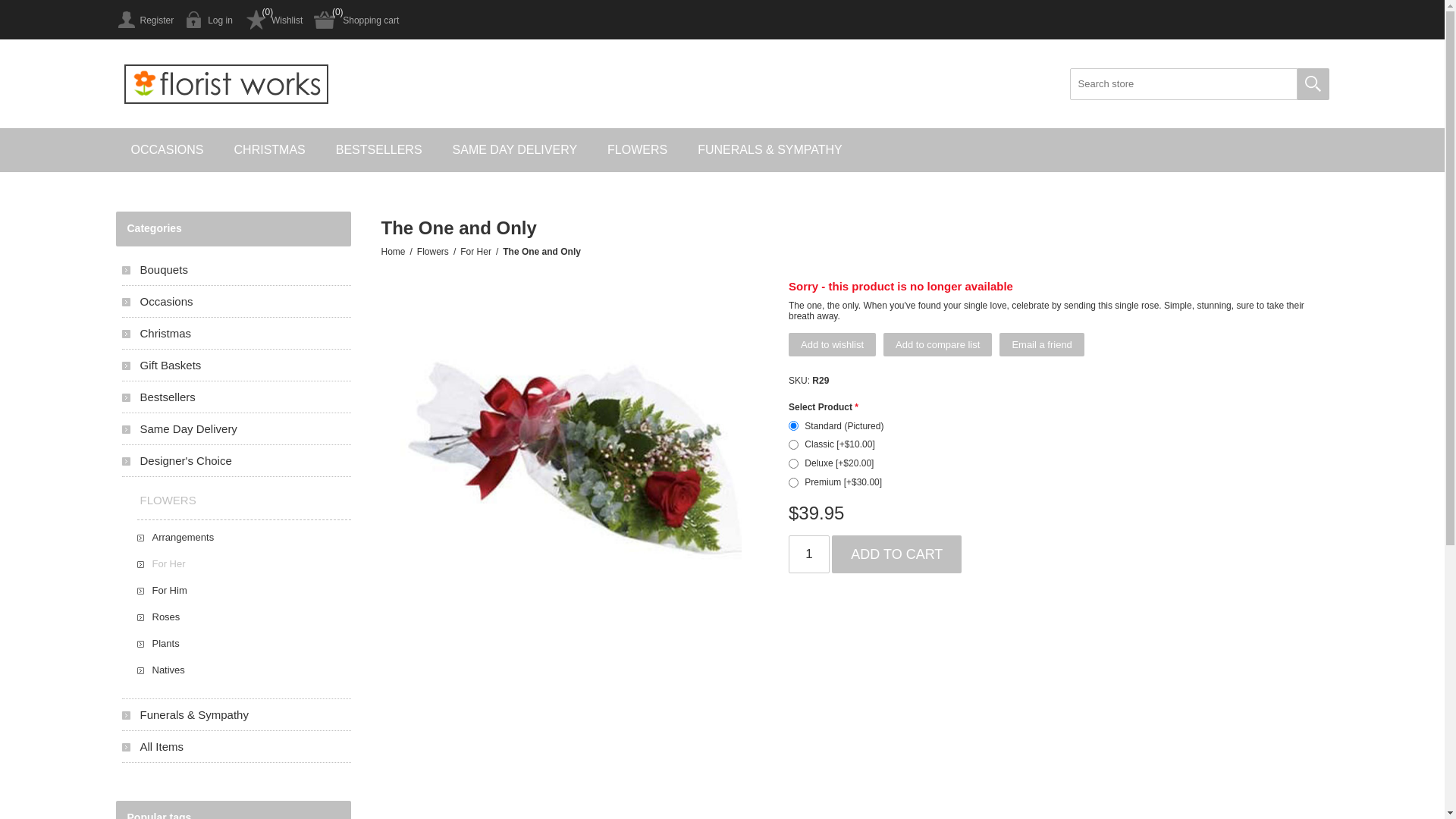 Image resolution: width=1456 pixels, height=819 pixels. Describe the element at coordinates (570, 429) in the screenshot. I see `'Picture of The One and Only'` at that location.